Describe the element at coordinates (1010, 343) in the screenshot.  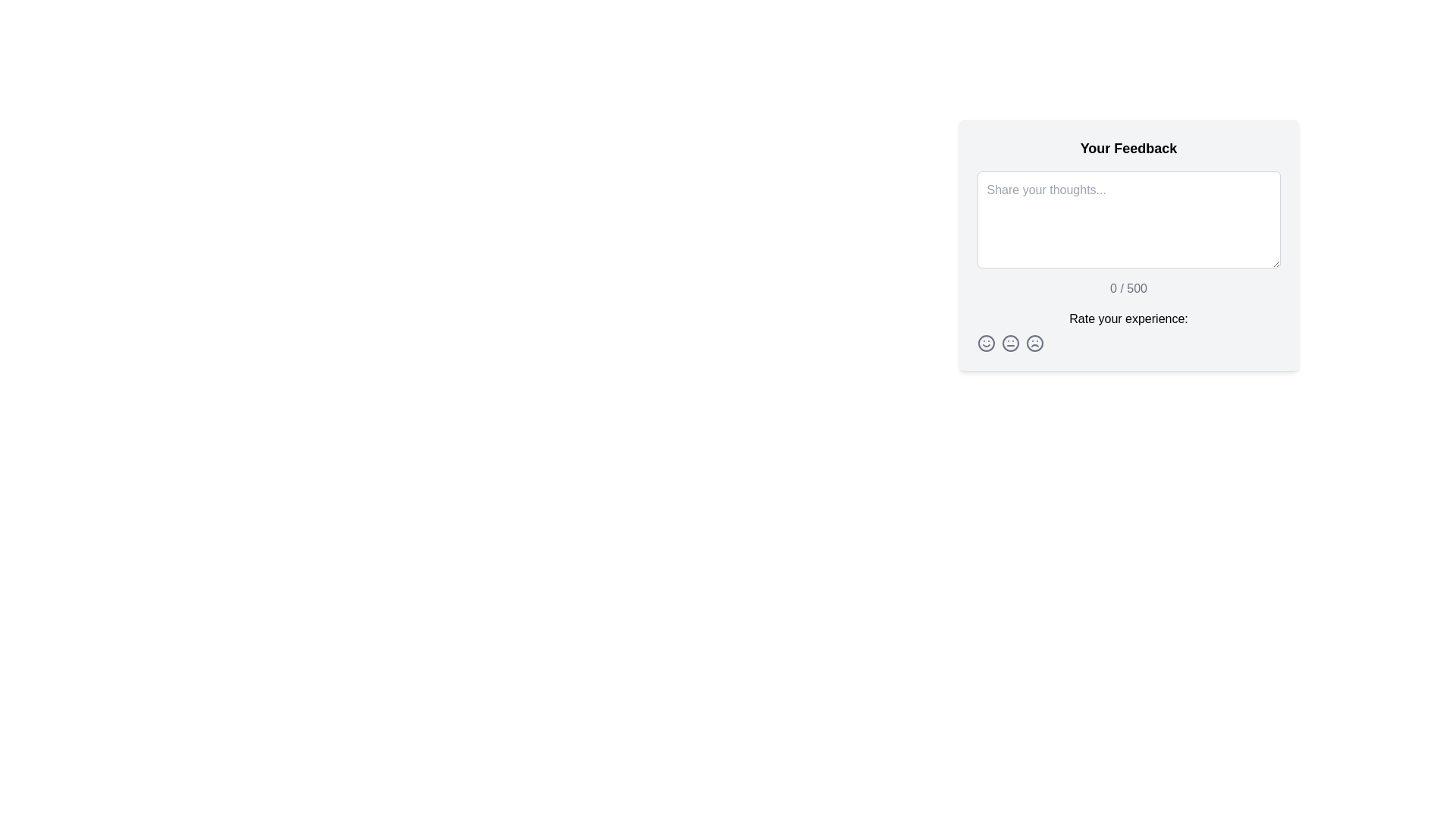
I see `the center of the neutral feedback icon, which is the second icon from the left in the row of three feedback icons located beneath the 'Your Feedback' text box` at that location.